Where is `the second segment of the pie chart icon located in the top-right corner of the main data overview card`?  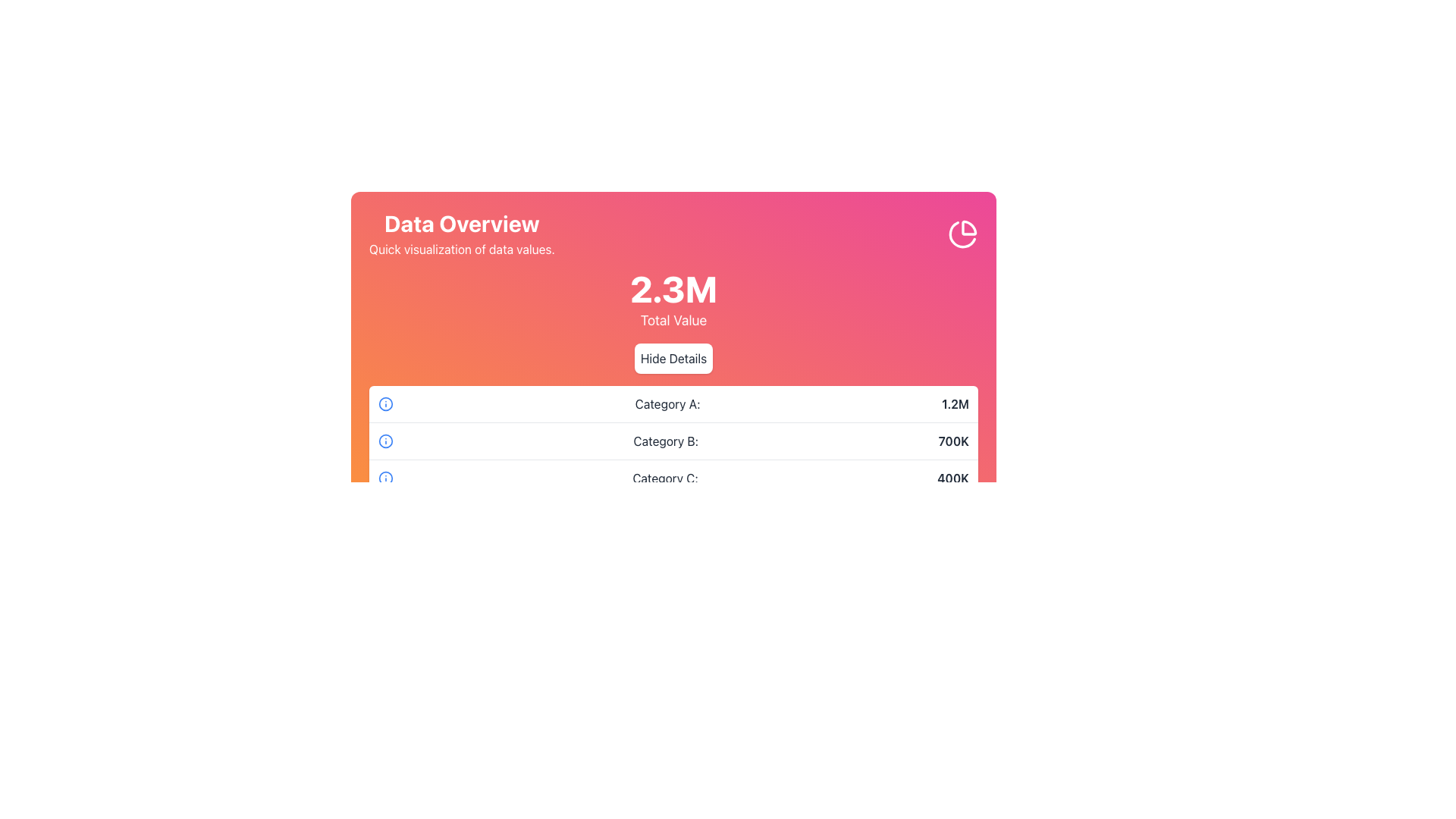 the second segment of the pie chart icon located in the top-right corner of the main data overview card is located at coordinates (962, 234).